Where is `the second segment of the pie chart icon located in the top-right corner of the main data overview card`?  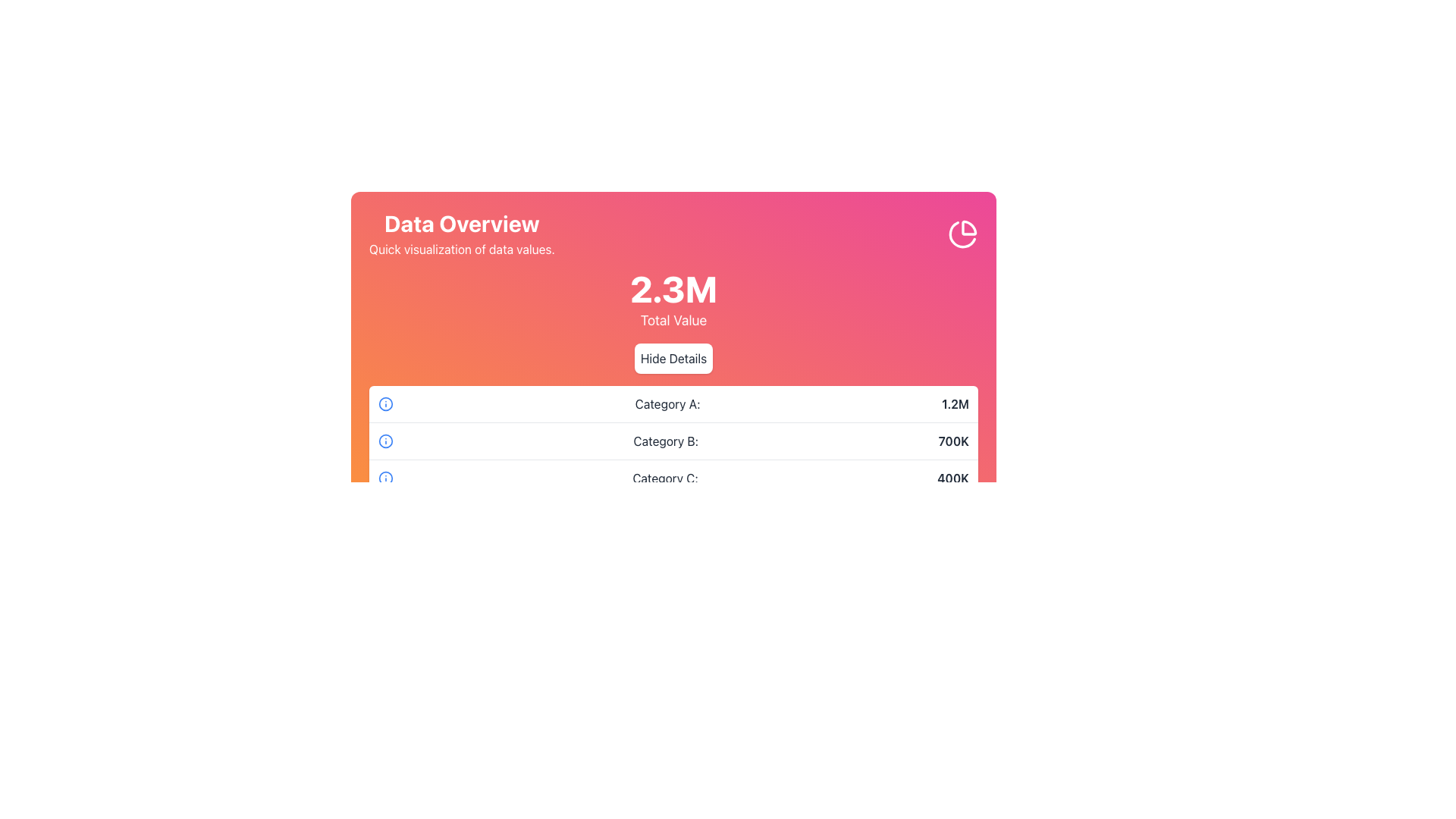 the second segment of the pie chart icon located in the top-right corner of the main data overview card is located at coordinates (962, 234).